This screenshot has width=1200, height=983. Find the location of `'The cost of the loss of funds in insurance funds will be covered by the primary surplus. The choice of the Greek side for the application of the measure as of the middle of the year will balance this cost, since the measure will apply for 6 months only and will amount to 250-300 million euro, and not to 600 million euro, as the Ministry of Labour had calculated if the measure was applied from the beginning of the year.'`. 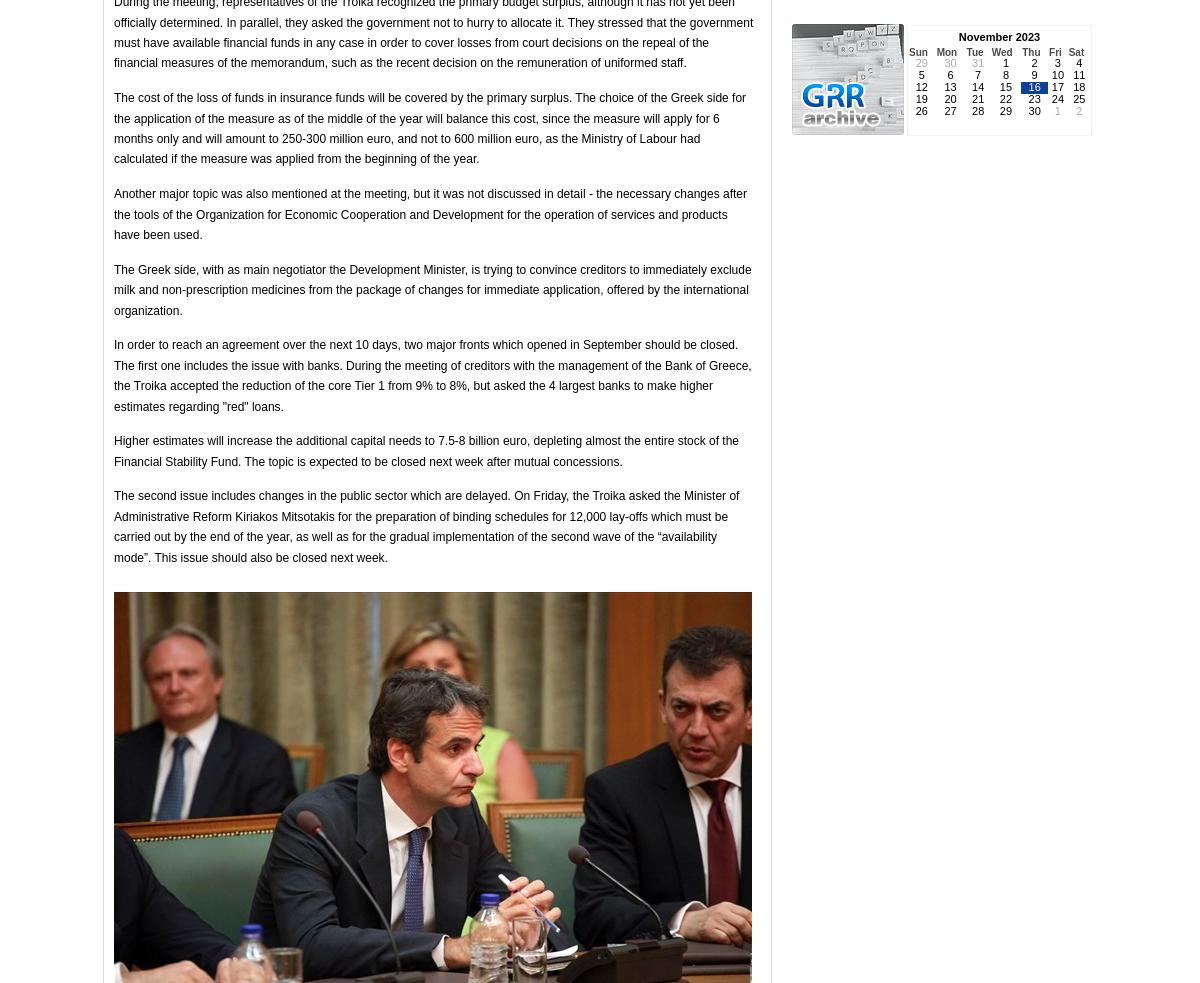

'The cost of the loss of funds in insurance funds will be covered by the primary surplus. The choice of the Greek side for the application of the measure as of the middle of the year will balance this cost, since the measure will apply for 6 months only and will amount to 250-300 million euro, and not to 600 million euro, as the Ministry of Labour had calculated if the measure was applied from the beginning of the year.' is located at coordinates (429, 127).